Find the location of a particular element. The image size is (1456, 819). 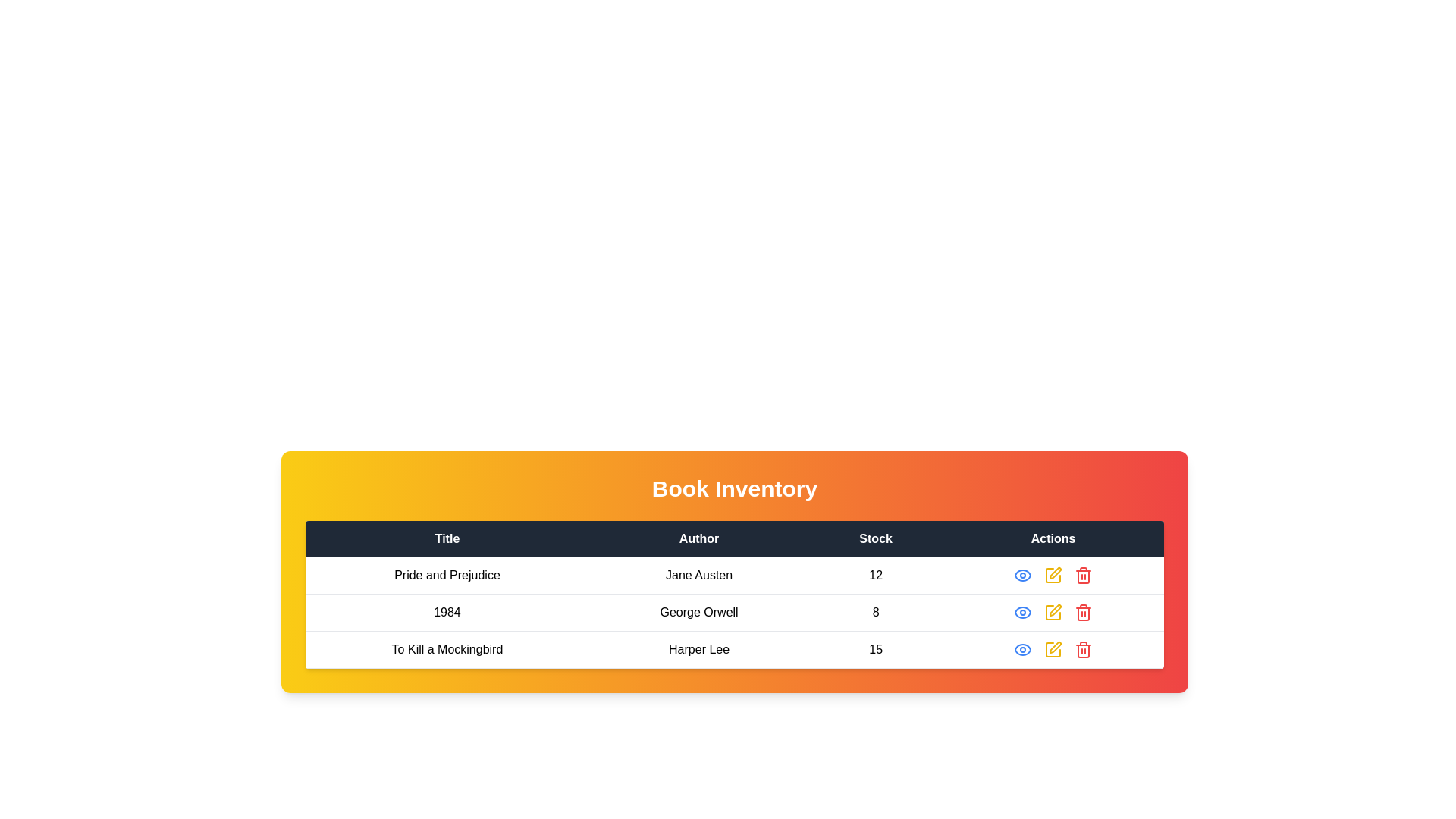

the header label for the 'Actions' column in the table, which is positioned at the top-right corner after the columns 'Title,' 'Author,' and 'Stock.' is located at coordinates (1053, 538).